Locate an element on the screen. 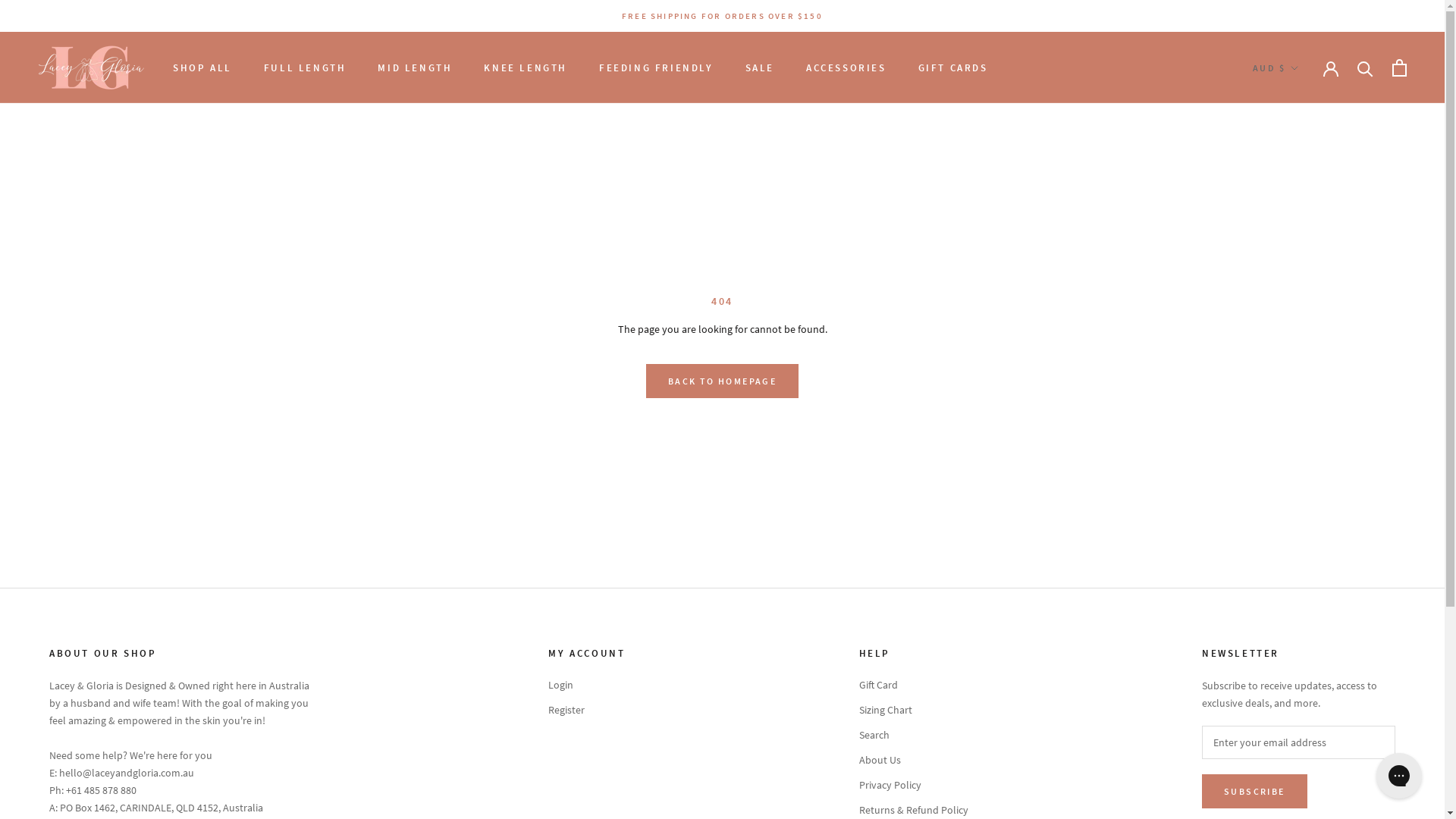 The width and height of the screenshot is (1456, 819). 'CAD' is located at coordinates (1292, 124).